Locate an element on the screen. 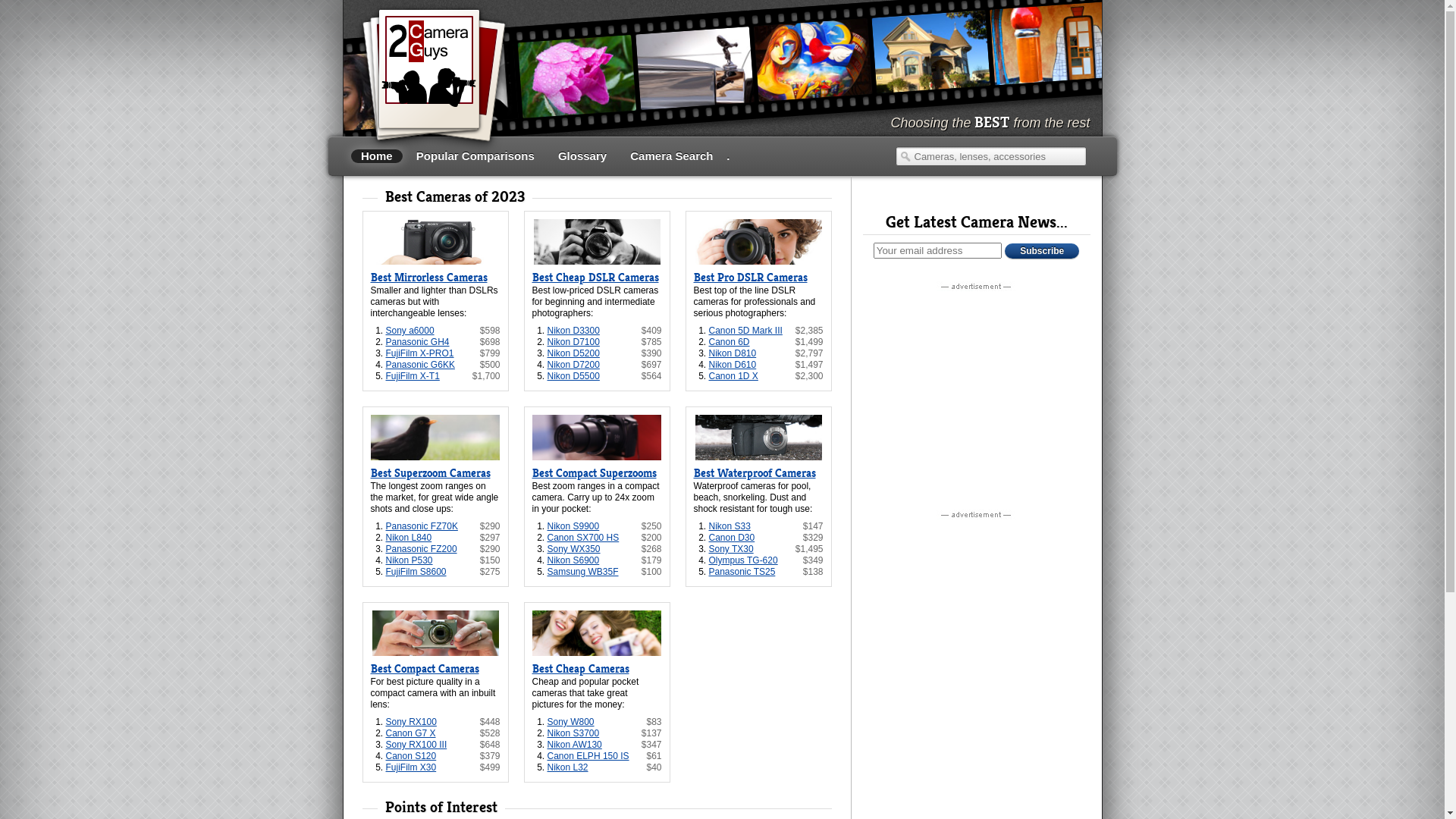  'Nikon AW130' is located at coordinates (574, 744).